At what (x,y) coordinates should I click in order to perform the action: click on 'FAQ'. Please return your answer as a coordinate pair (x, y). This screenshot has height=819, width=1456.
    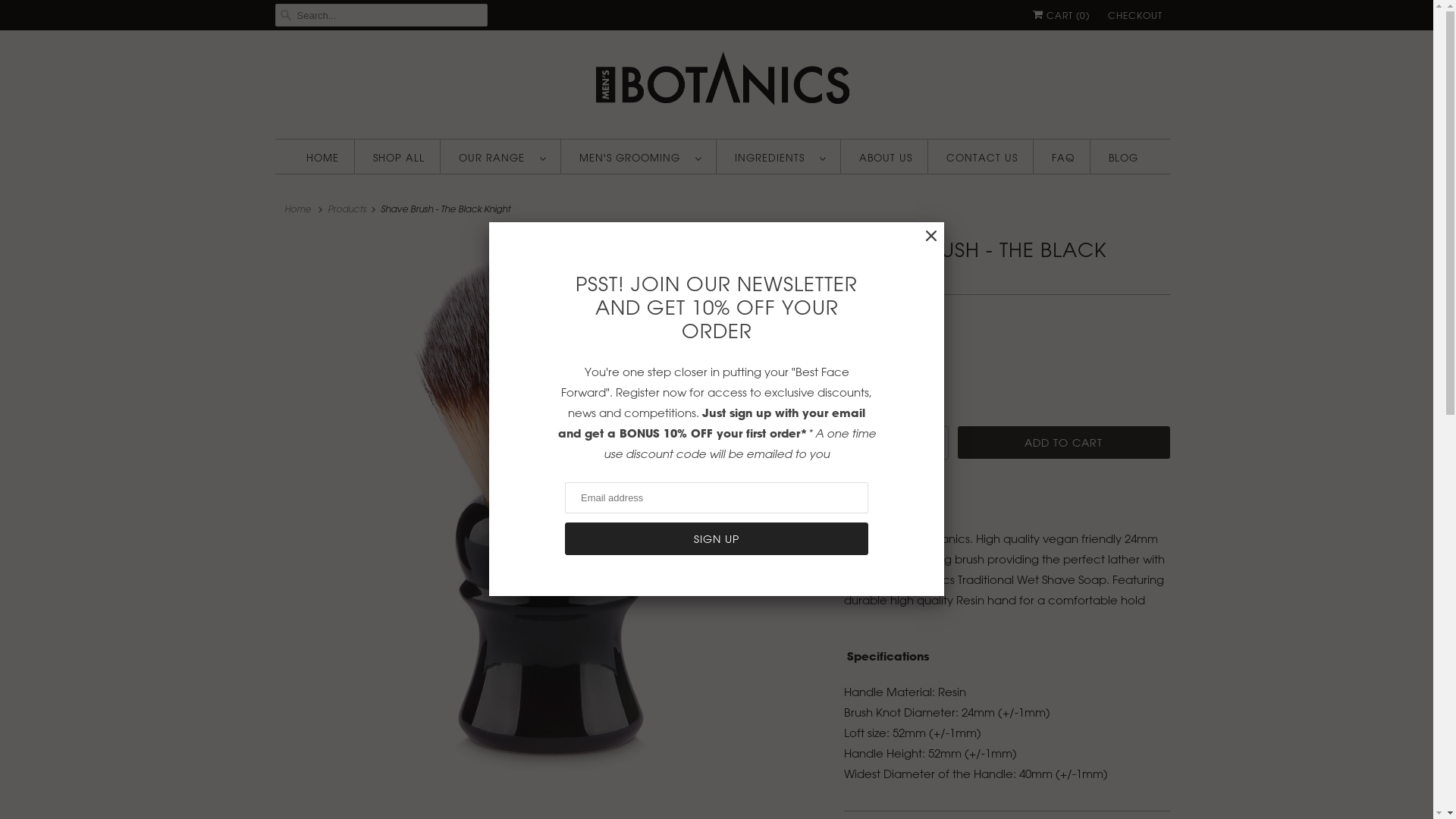
    Looking at the image, I should click on (1062, 157).